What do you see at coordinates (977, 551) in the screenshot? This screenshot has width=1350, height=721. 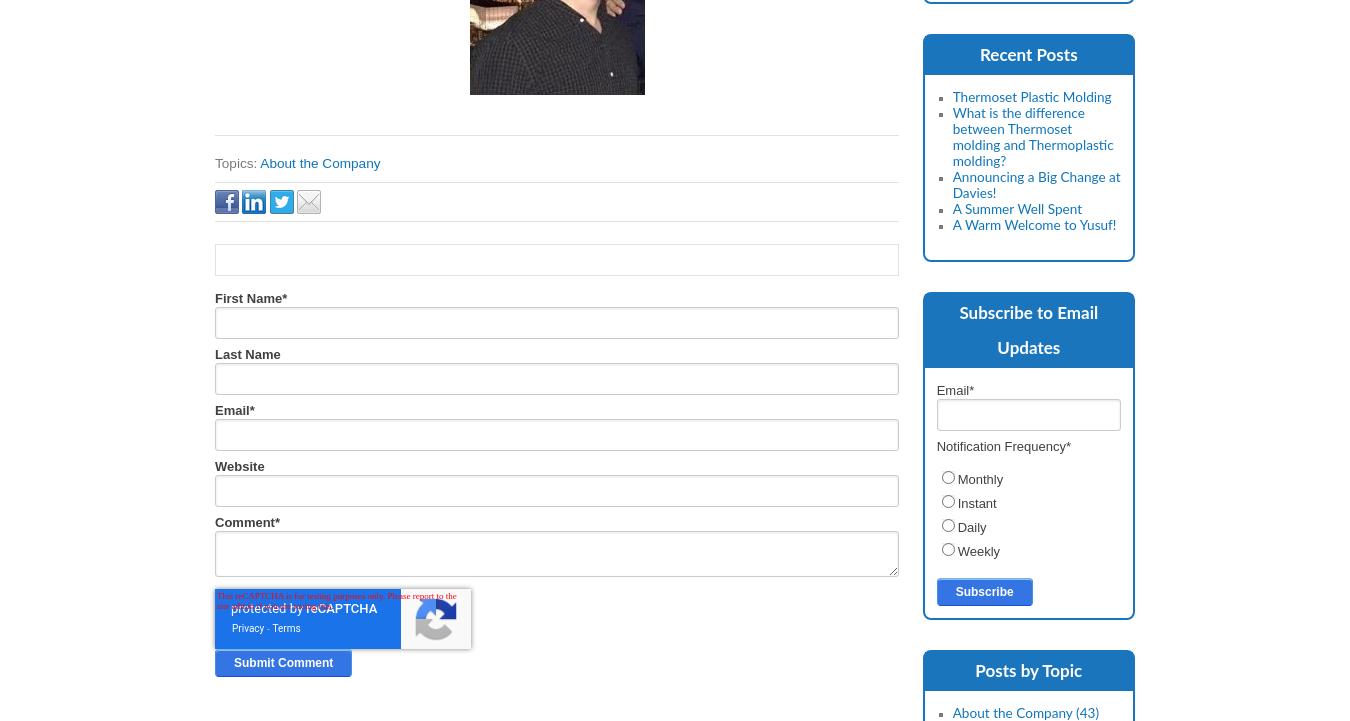 I see `'Weekly'` at bounding box center [977, 551].